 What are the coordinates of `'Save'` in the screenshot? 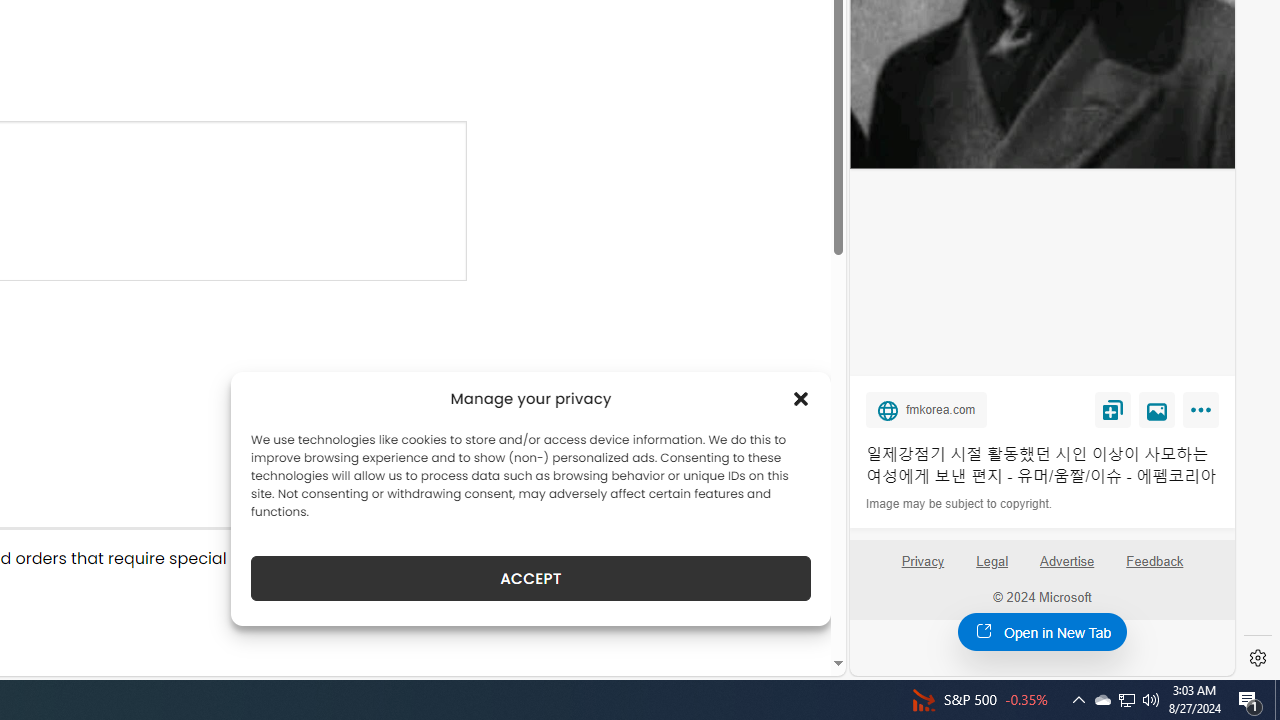 It's located at (1111, 408).